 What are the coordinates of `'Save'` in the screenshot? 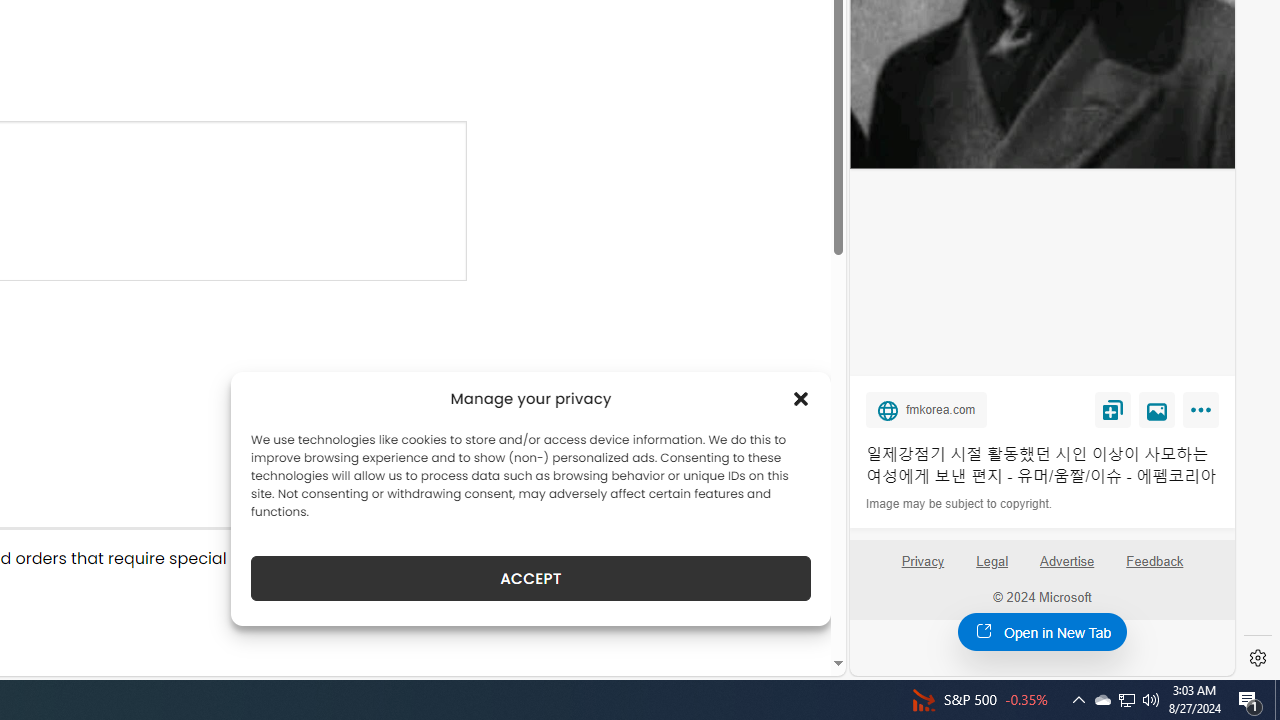 It's located at (1111, 408).